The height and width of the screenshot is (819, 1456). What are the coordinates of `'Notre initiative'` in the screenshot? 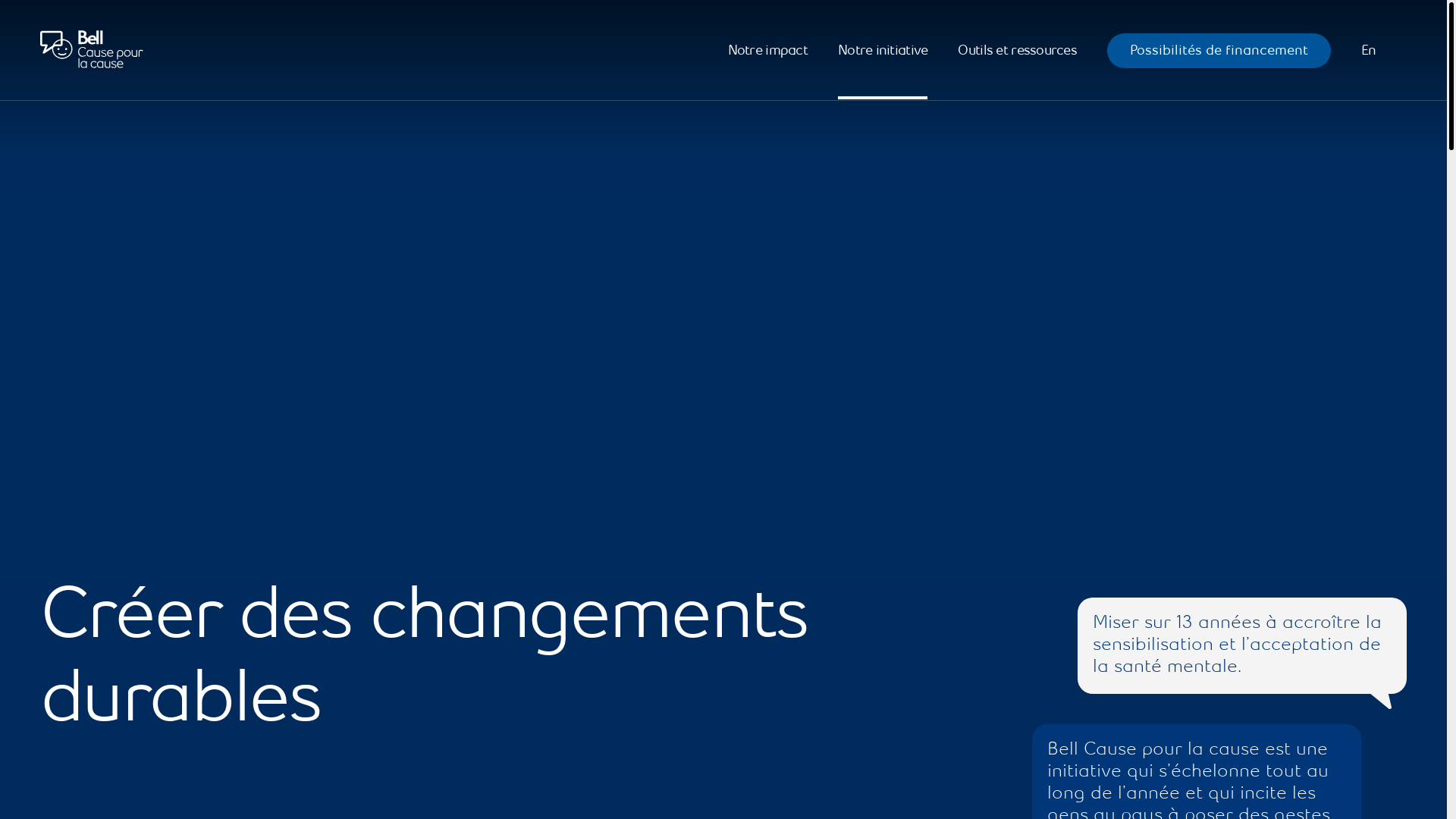 It's located at (836, 49).